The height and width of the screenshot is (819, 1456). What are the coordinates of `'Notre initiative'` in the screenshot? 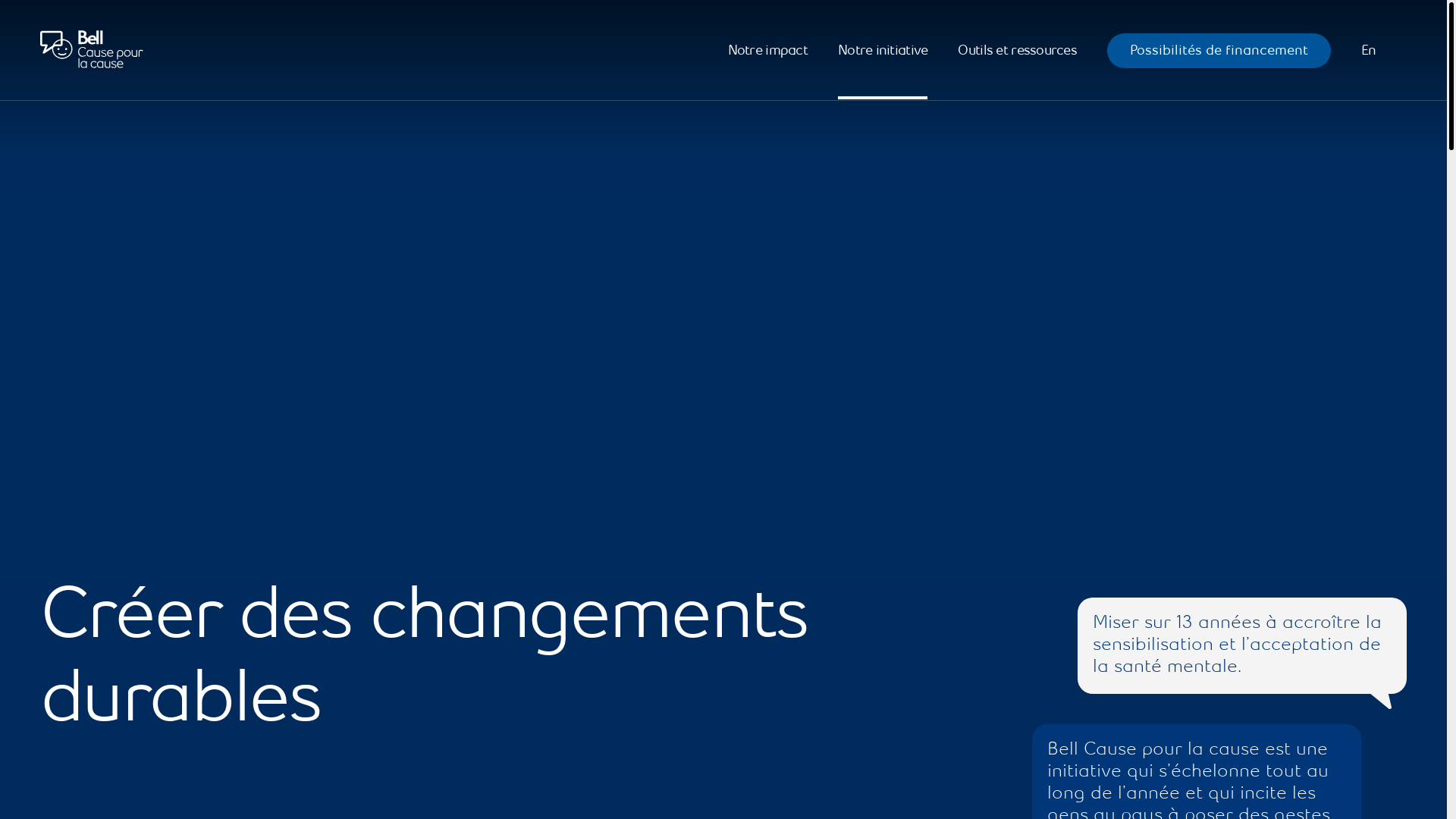 It's located at (836, 49).